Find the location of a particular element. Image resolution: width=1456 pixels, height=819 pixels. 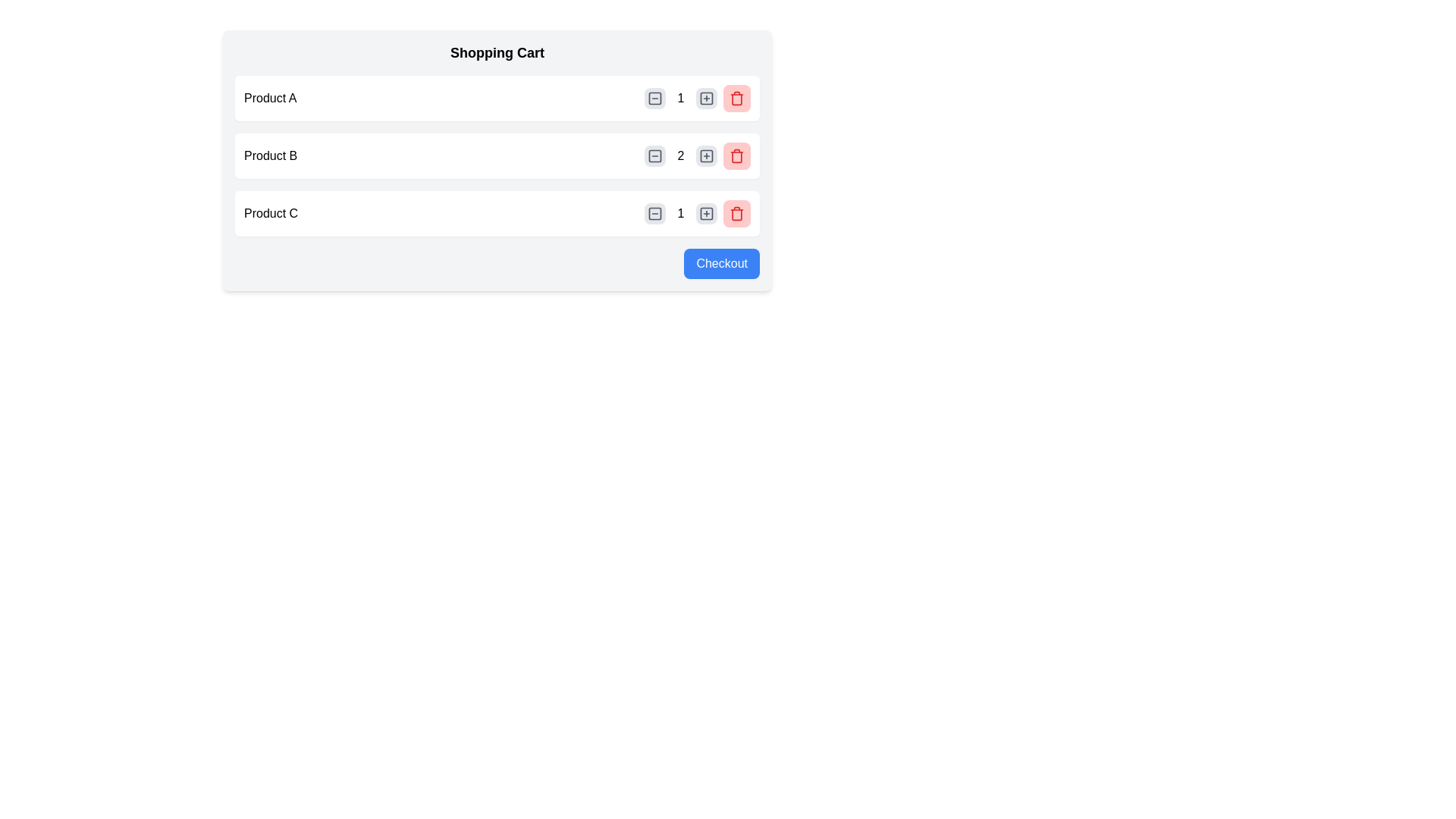

the delete button located on the rightmost side of the second product entry in the shopping cart interface, adjacent to the number '2' representing the product quantity is located at coordinates (736, 155).